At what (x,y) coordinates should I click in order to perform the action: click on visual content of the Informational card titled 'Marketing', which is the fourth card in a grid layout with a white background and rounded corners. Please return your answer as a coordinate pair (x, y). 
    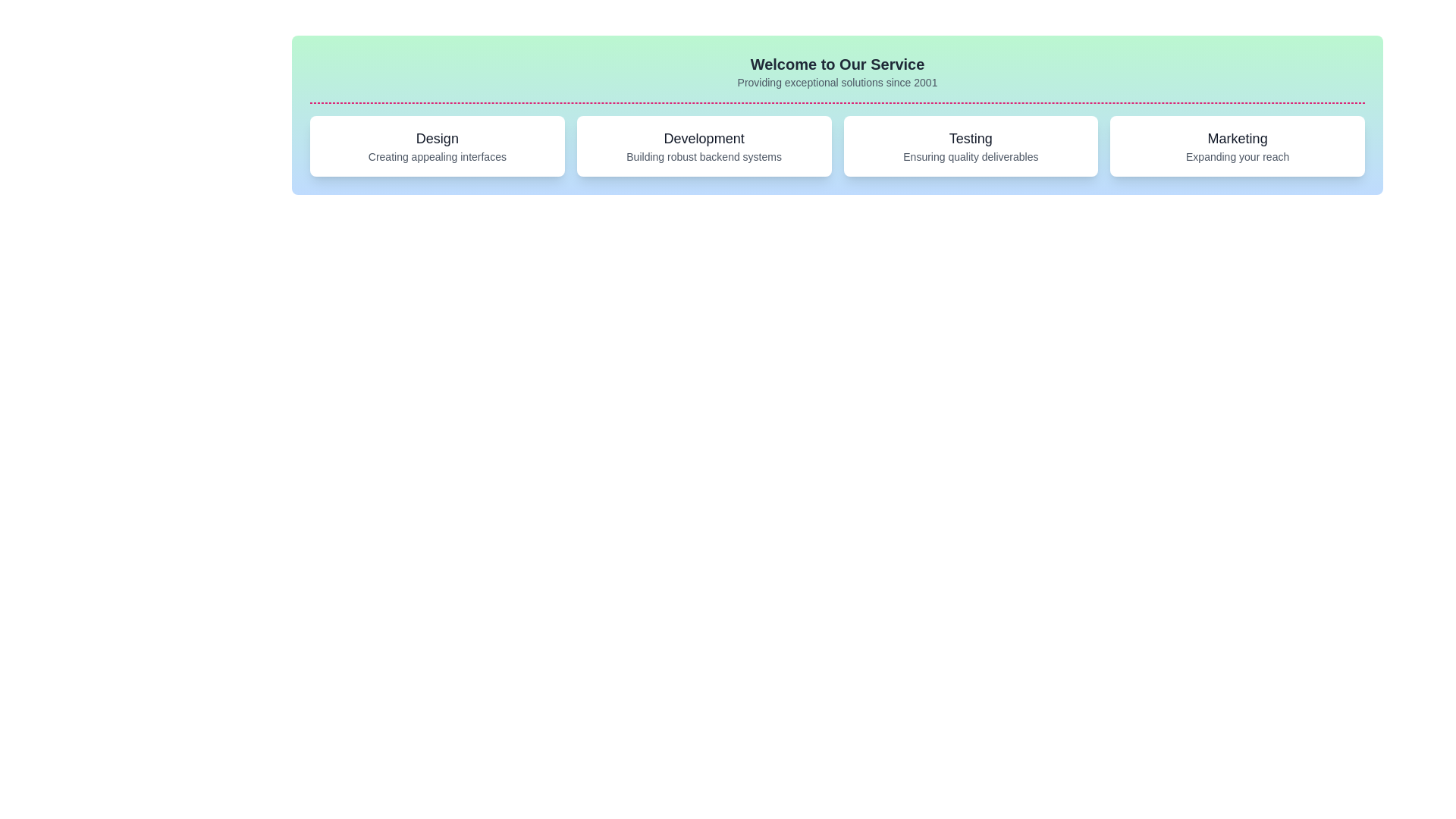
    Looking at the image, I should click on (1238, 146).